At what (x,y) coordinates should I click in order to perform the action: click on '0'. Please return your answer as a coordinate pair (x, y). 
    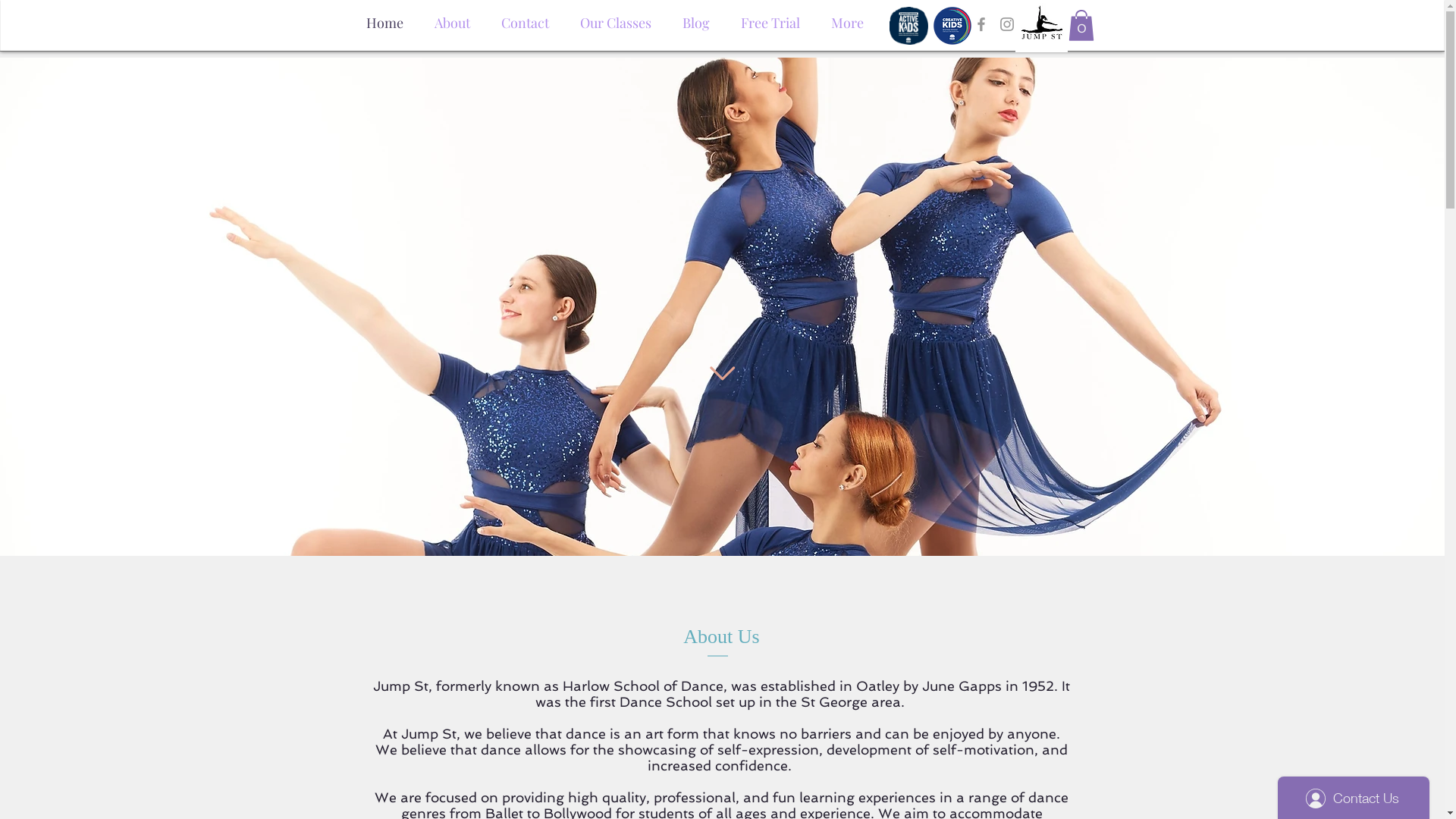
    Looking at the image, I should click on (1080, 25).